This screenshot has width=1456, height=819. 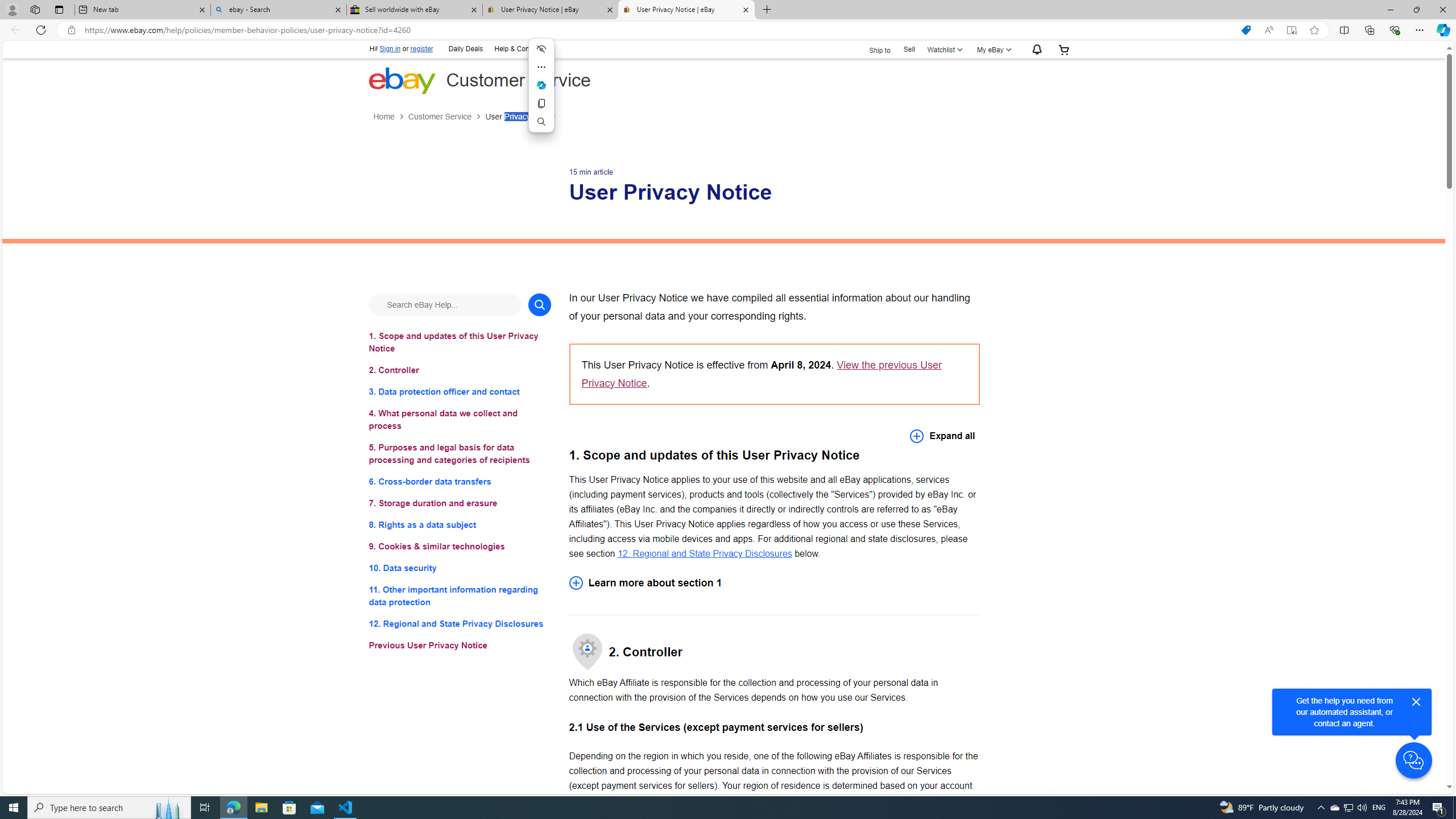 What do you see at coordinates (446, 116) in the screenshot?
I see `'Customer Service'` at bounding box center [446, 116].